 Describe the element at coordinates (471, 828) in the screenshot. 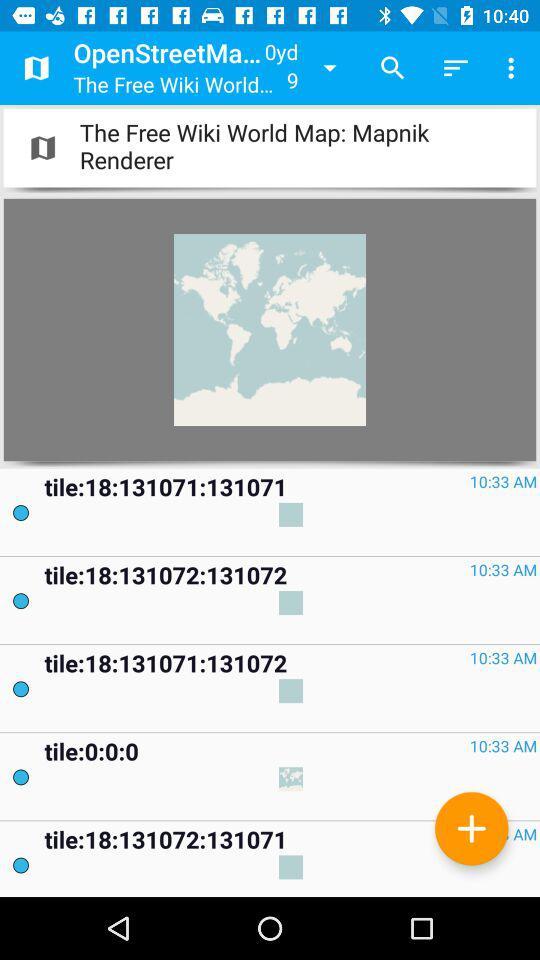

I see `the add icon` at that location.